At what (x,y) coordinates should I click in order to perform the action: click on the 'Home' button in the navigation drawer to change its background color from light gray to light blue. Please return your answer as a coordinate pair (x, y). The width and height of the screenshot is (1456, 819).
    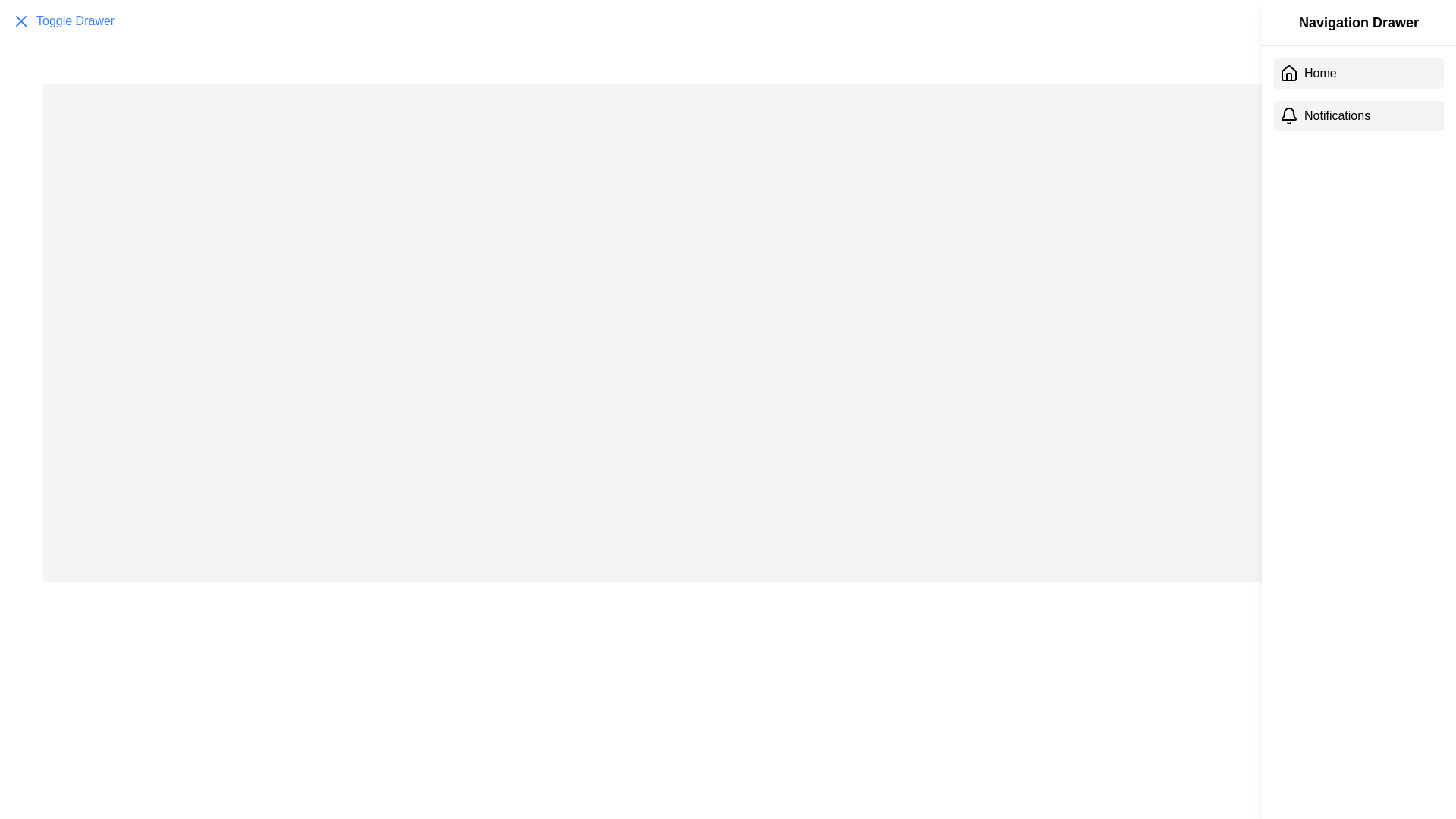
    Looking at the image, I should click on (1358, 73).